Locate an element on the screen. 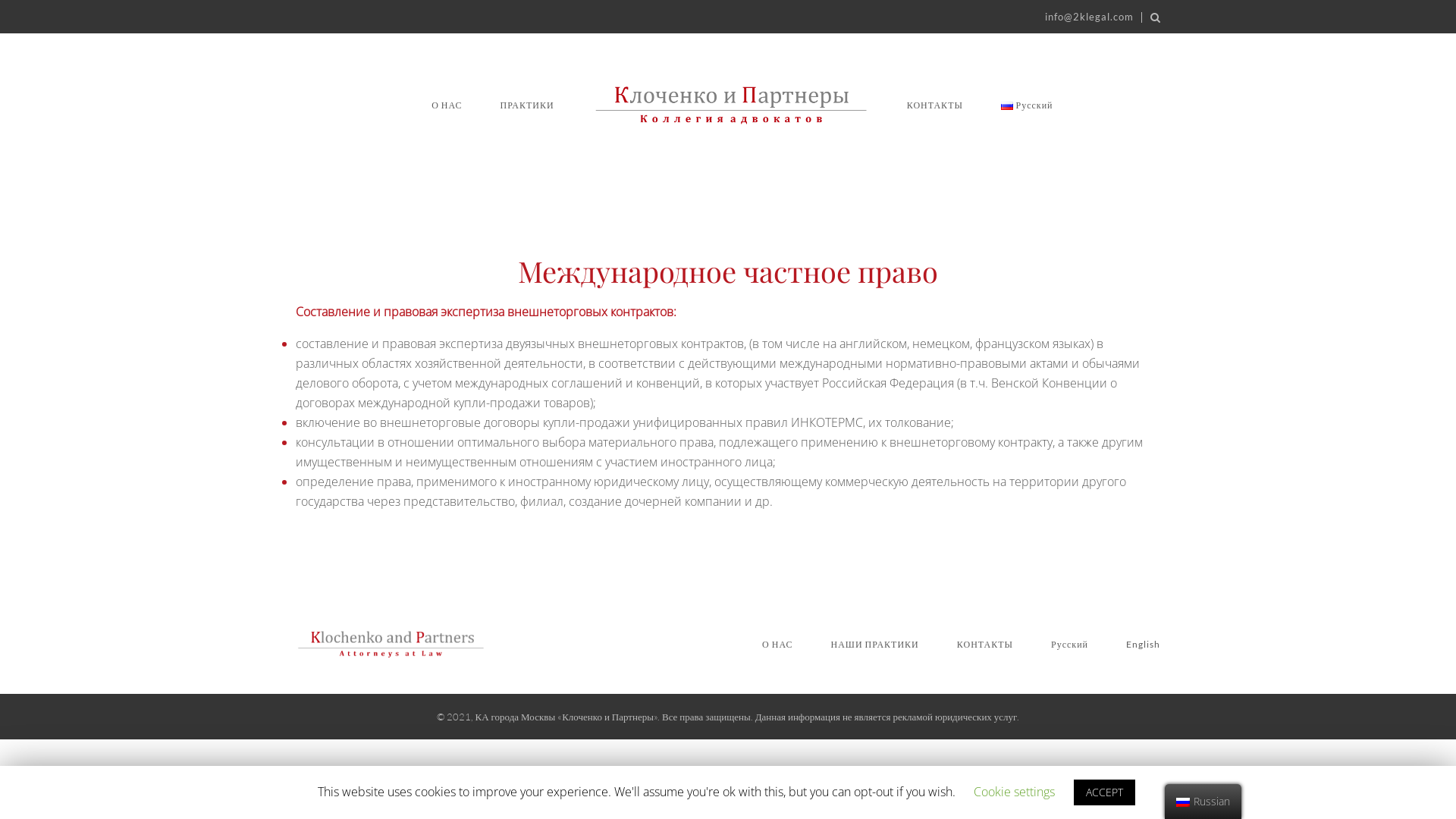 This screenshot has width=1456, height=819. 'ACCEPT' is located at coordinates (1104, 792).